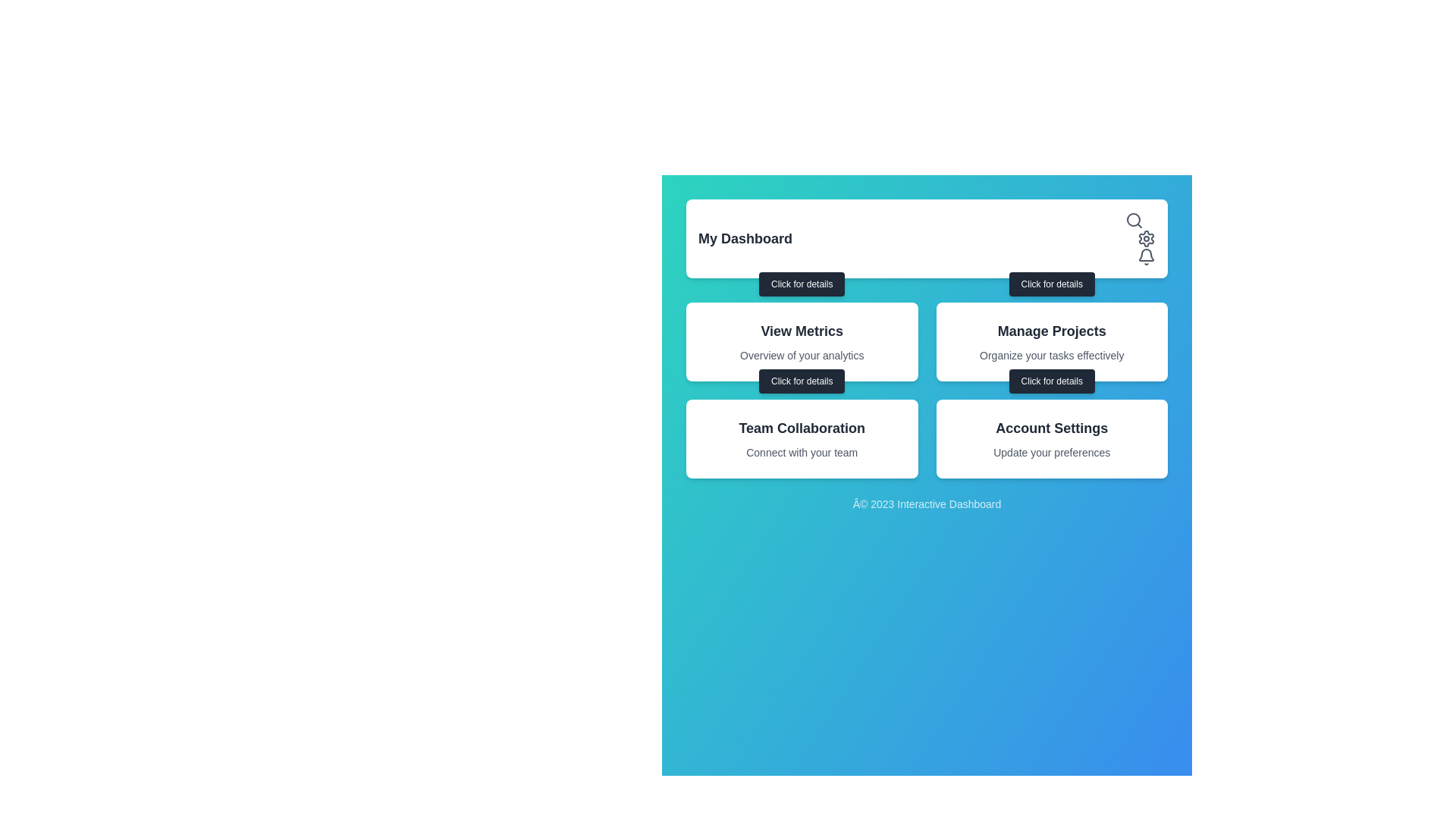 This screenshot has height=819, width=1456. Describe the element at coordinates (1051, 342) in the screenshot. I see `the 'Manage Projects' UI card element, located in the second column of the first row of a 2x2 grid layout, which provides quick access to project management functionality` at that location.